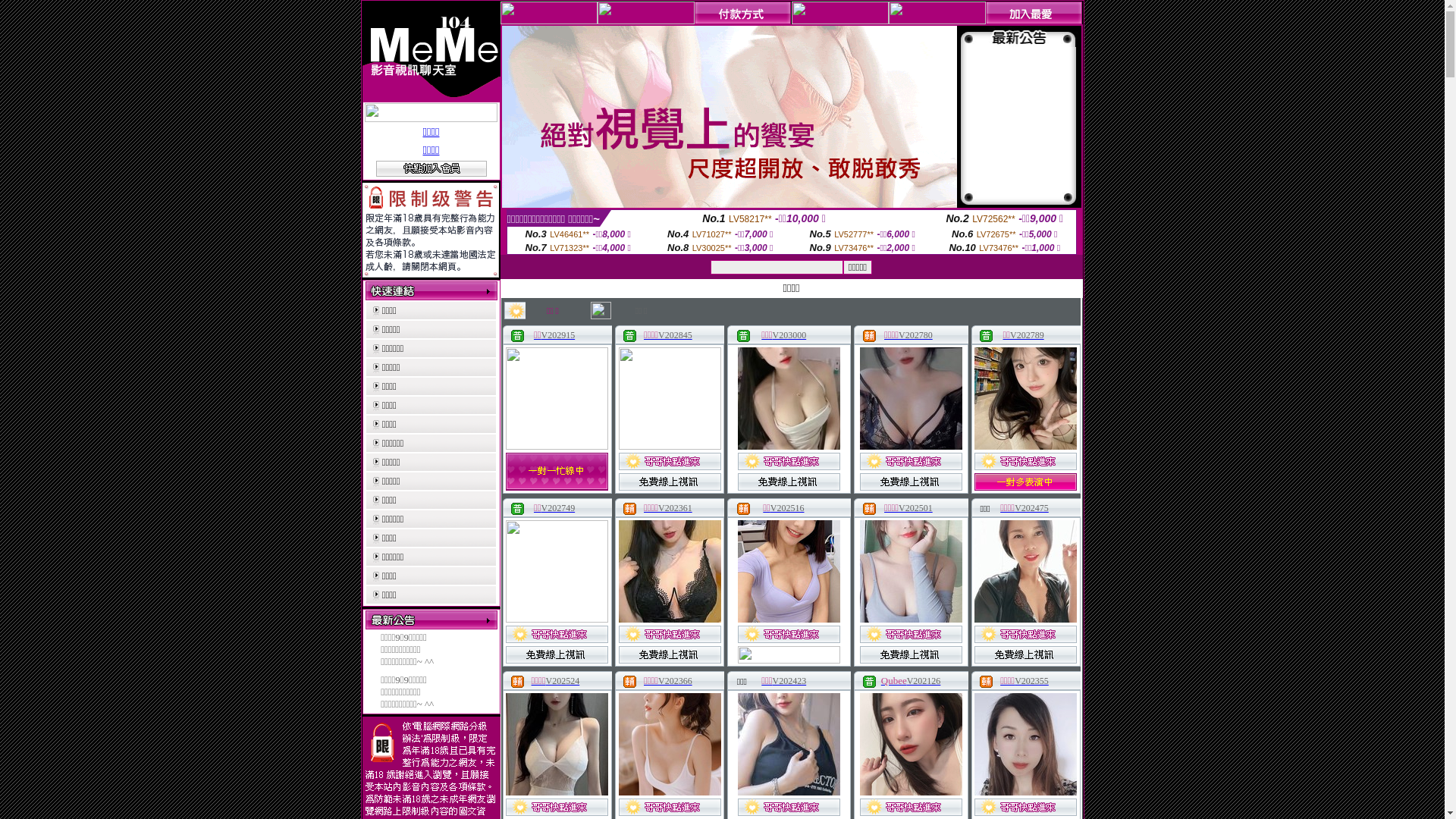 This screenshot has height=819, width=1456. What do you see at coordinates (1015, 680) in the screenshot?
I see `'V202355'` at bounding box center [1015, 680].